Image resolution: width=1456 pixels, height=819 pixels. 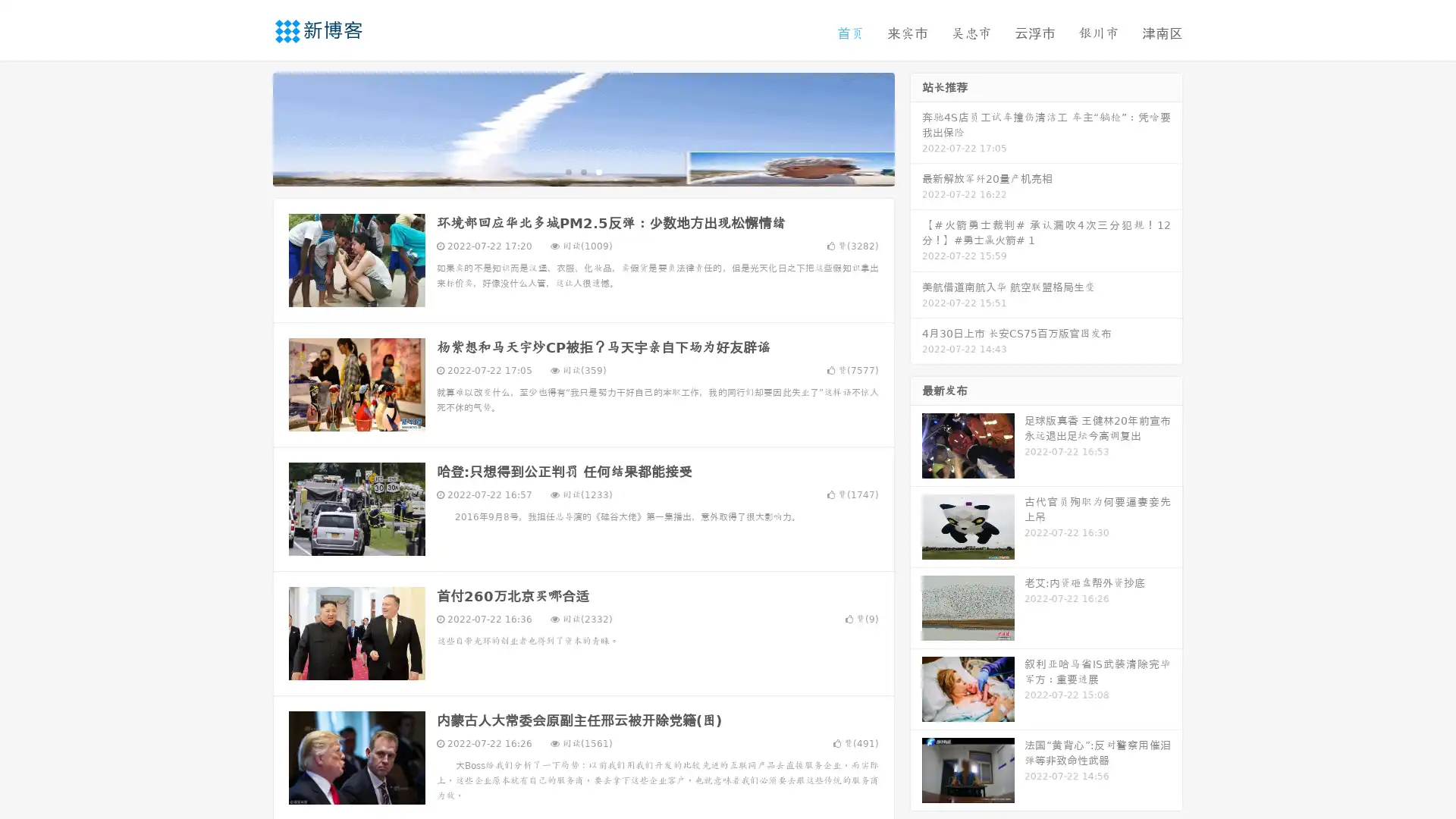 What do you see at coordinates (582, 171) in the screenshot?
I see `Go to slide 2` at bounding box center [582, 171].